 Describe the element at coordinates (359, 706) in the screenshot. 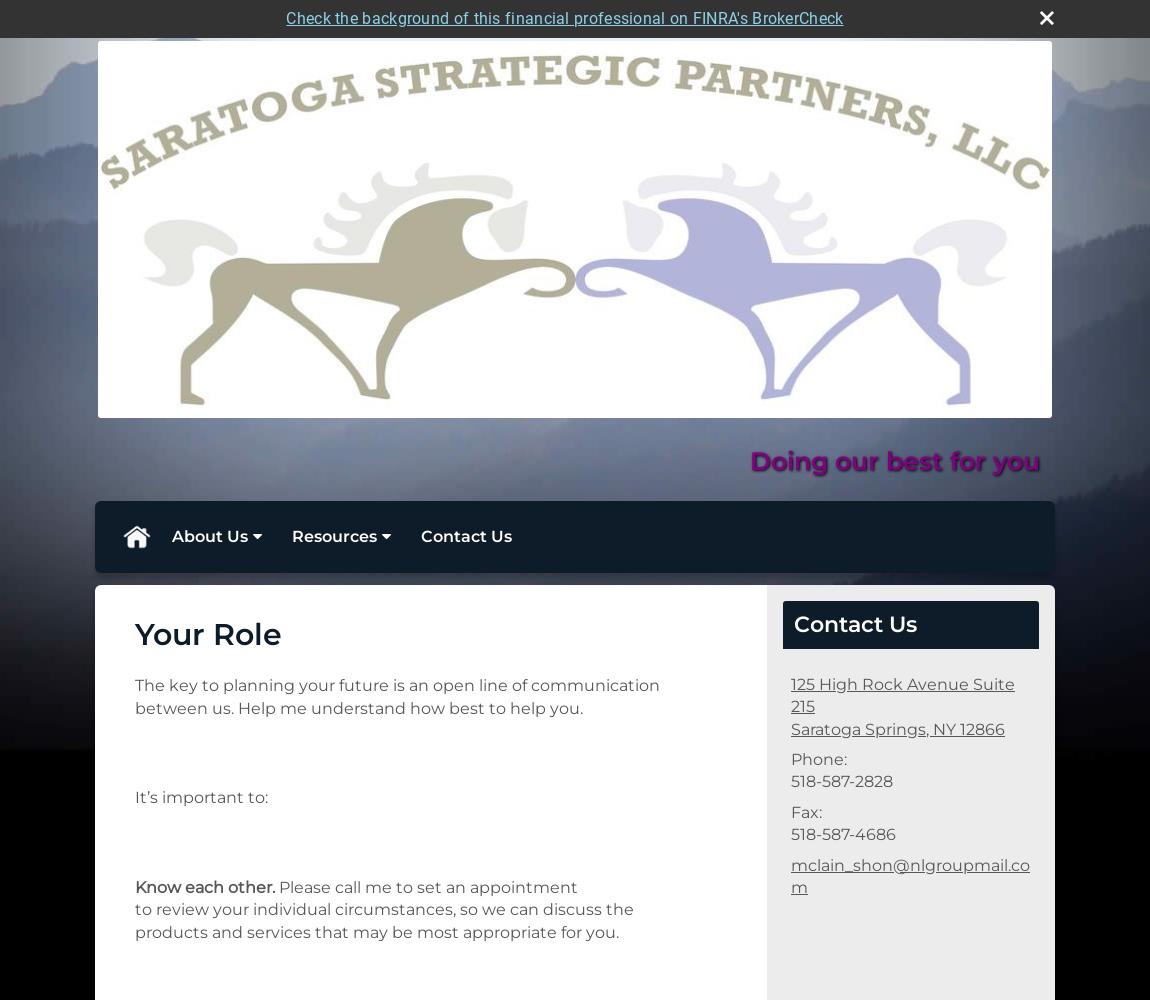

I see `'between us. Help me understand how best to help you.'` at that location.